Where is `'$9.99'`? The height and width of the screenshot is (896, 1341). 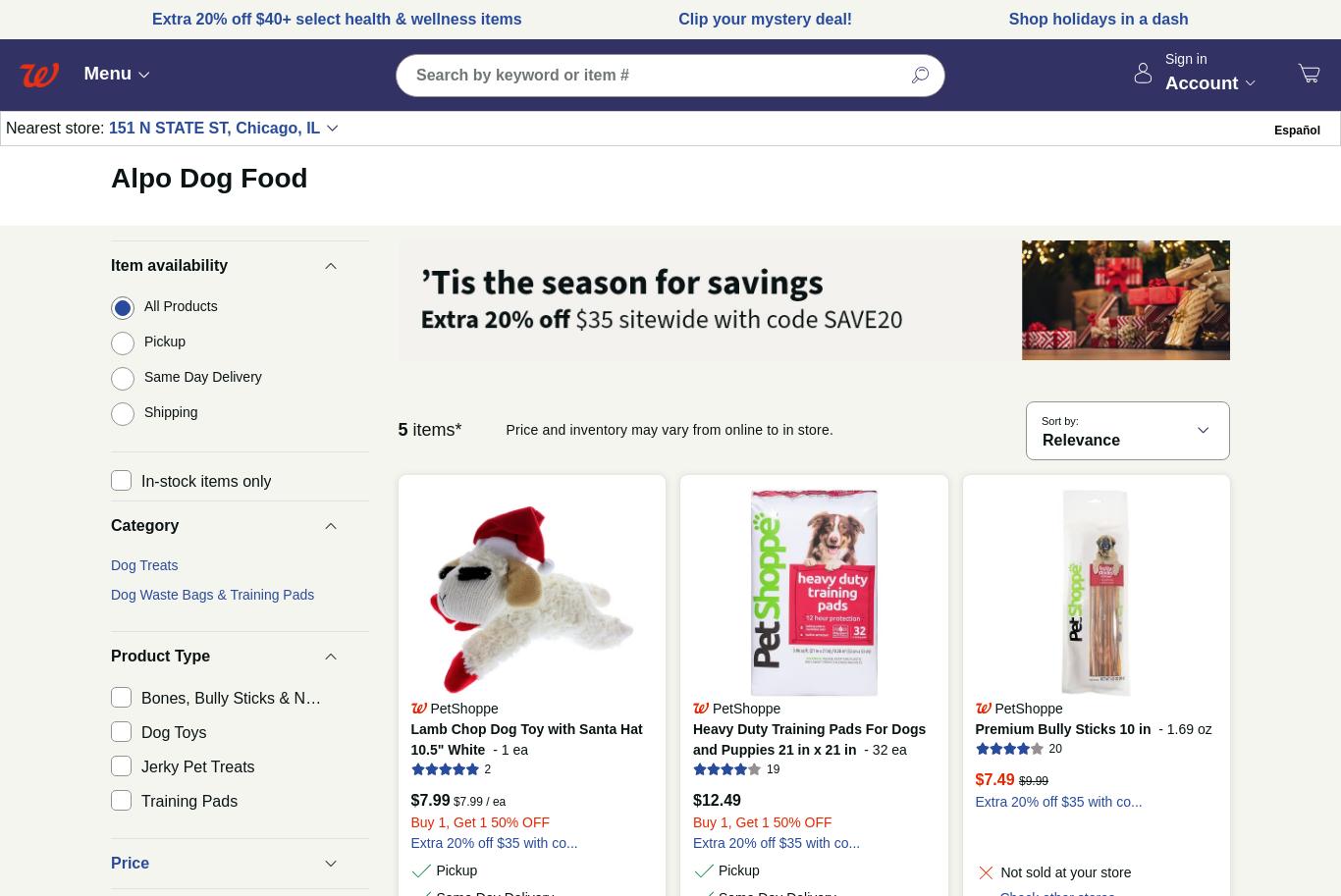
'$9.99' is located at coordinates (1033, 780).